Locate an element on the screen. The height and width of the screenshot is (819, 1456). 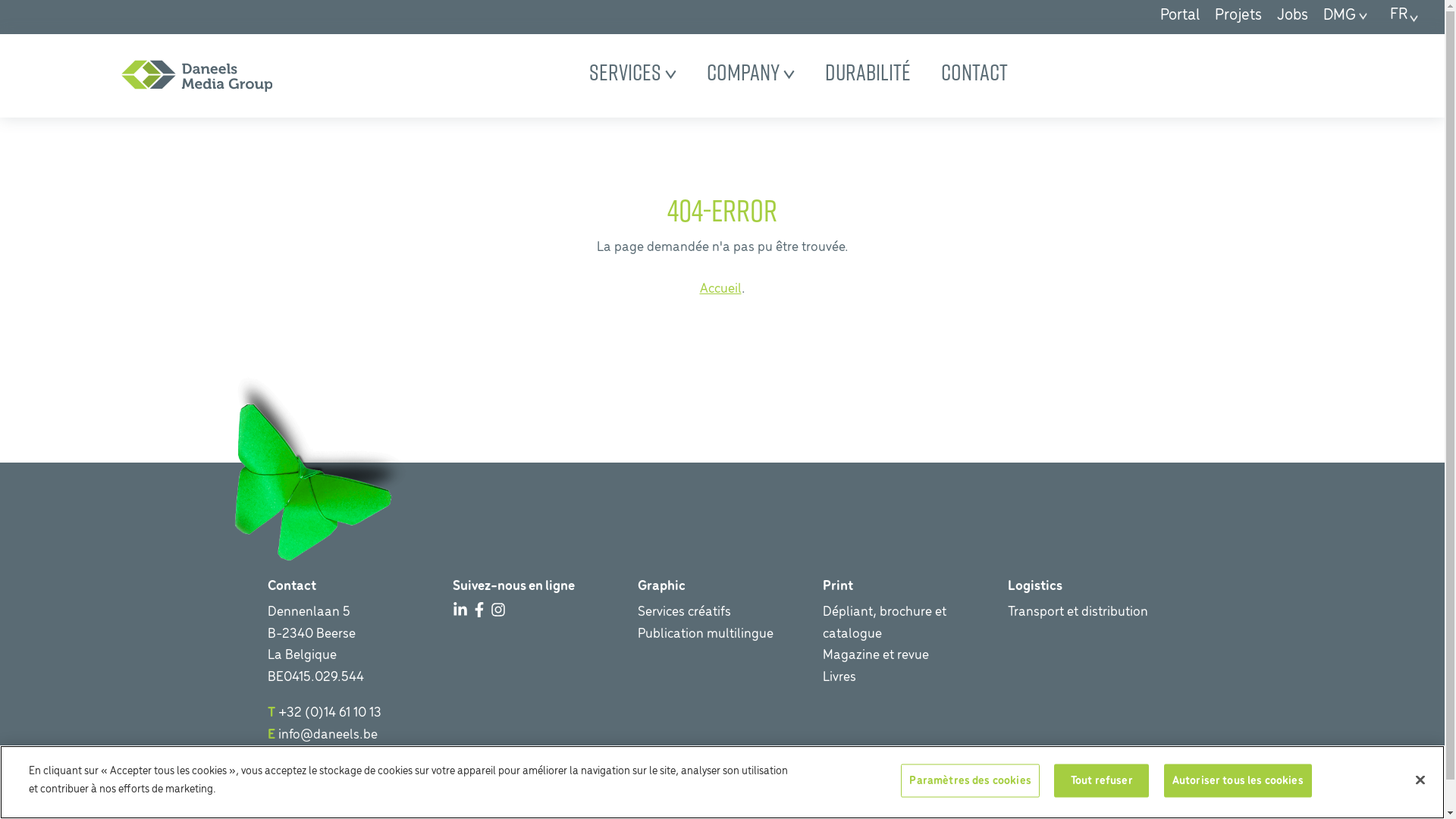
'Autoriser tous les cookies' is located at coordinates (1238, 780).